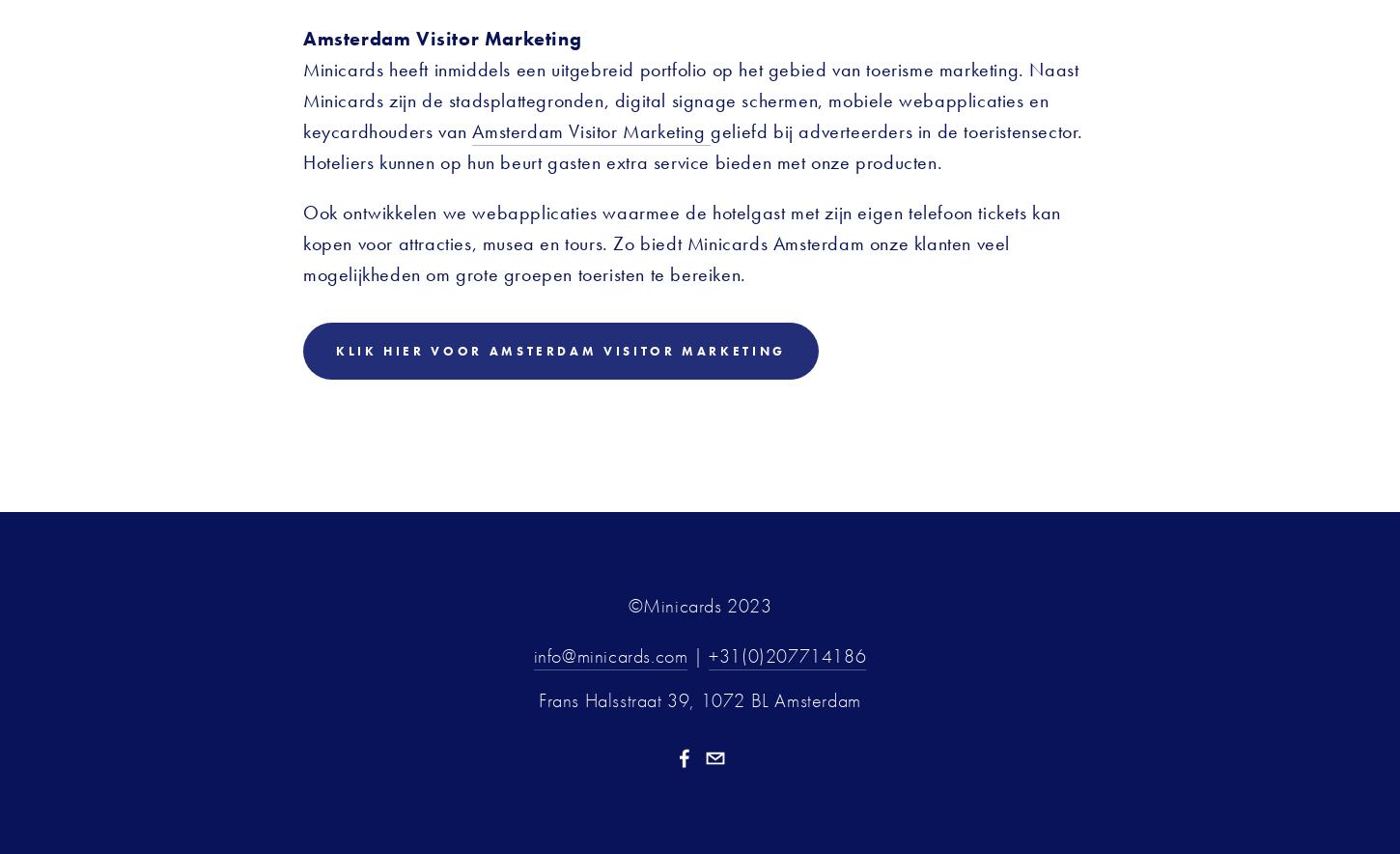 The height and width of the screenshot is (854, 1400). I want to click on 'Minicards heeft inmiddels een uitgebreid portfolio op het gebied van toerisme marketing. Naast Minicards zijn de stadsplattegronden, digital signage schermen, mobiele webapplicaties en keycardhouders van', so click(692, 99).